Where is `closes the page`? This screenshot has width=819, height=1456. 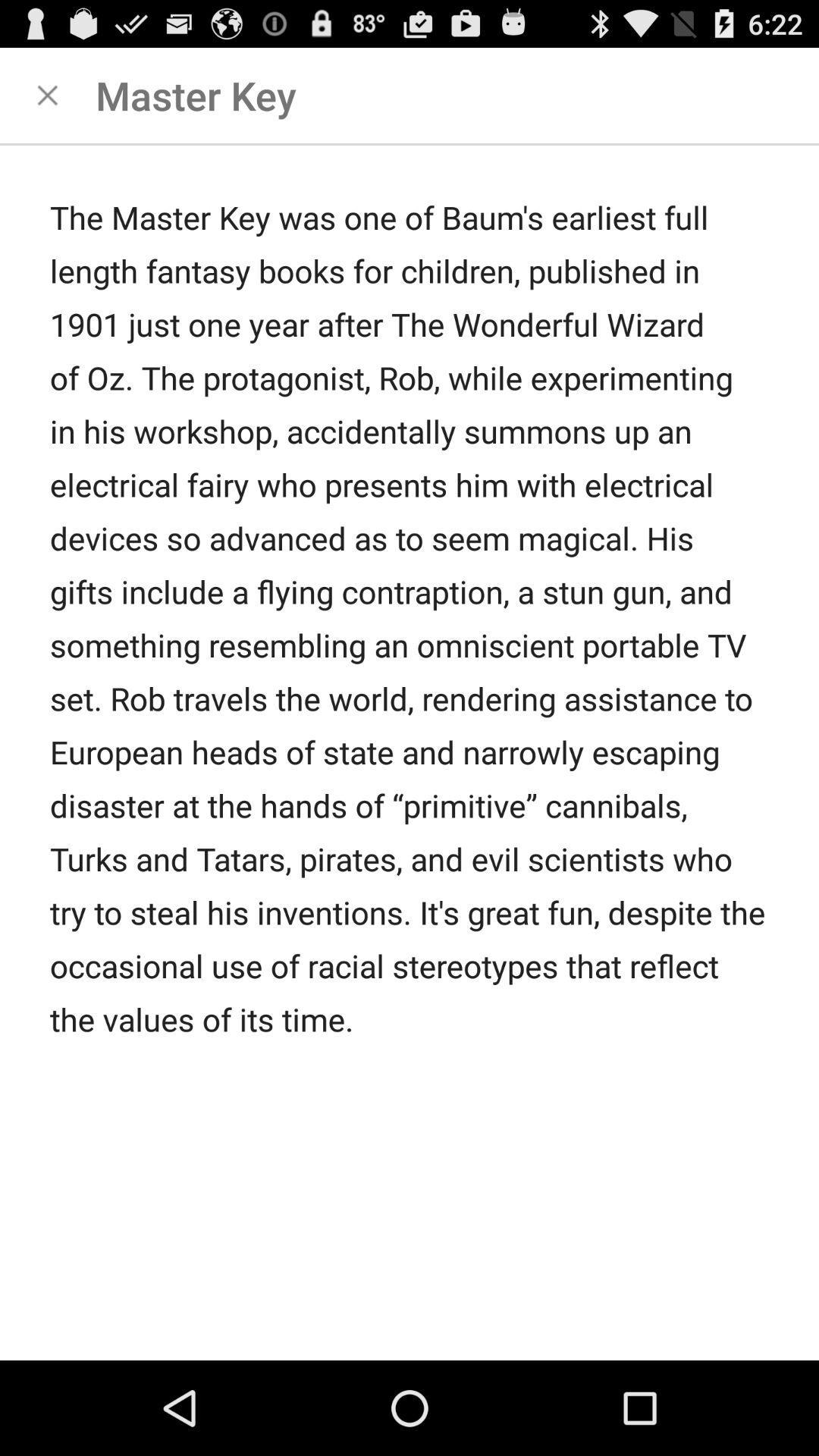
closes the page is located at coordinates (46, 94).